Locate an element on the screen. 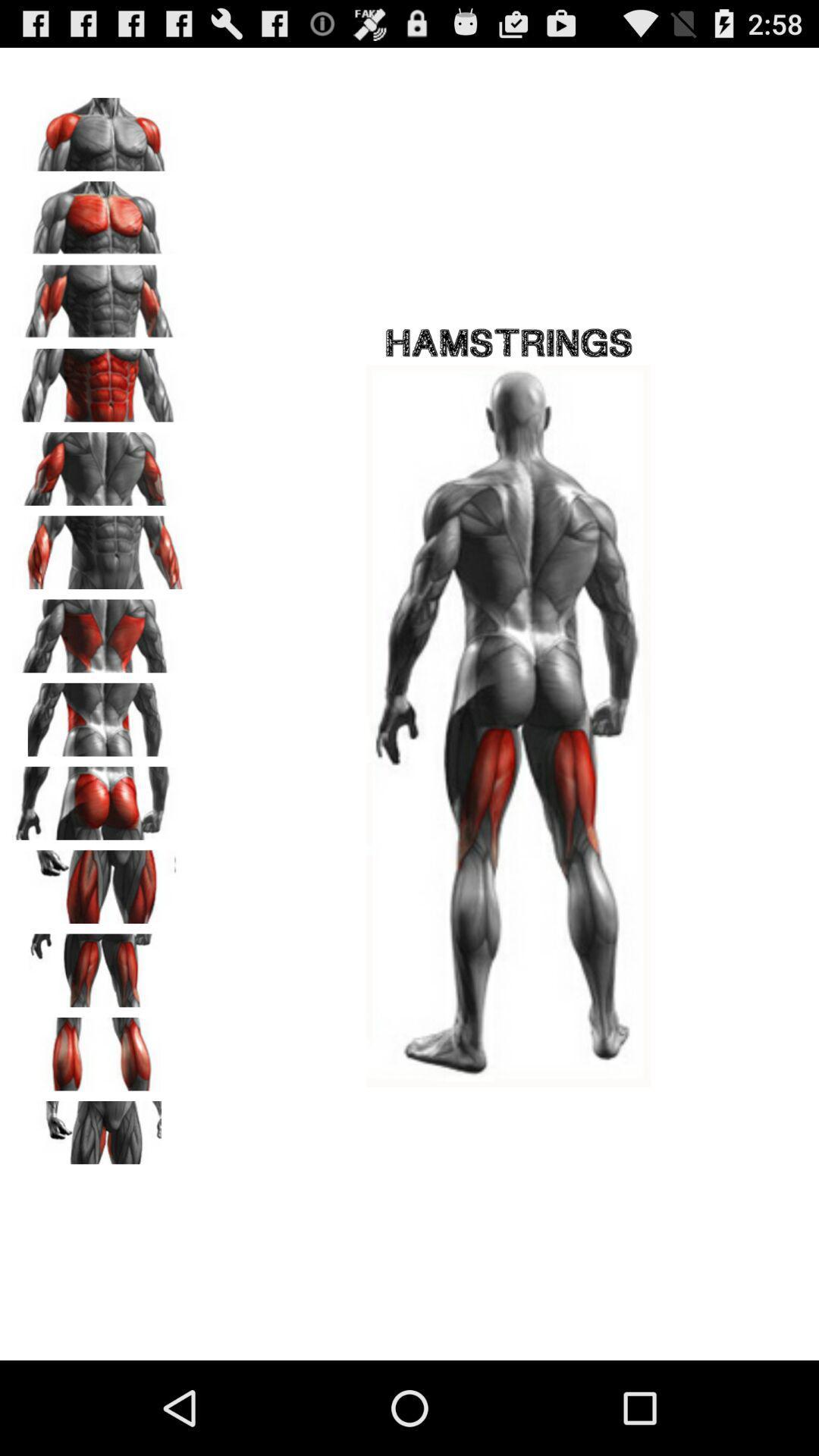  chest workout is located at coordinates (99, 212).